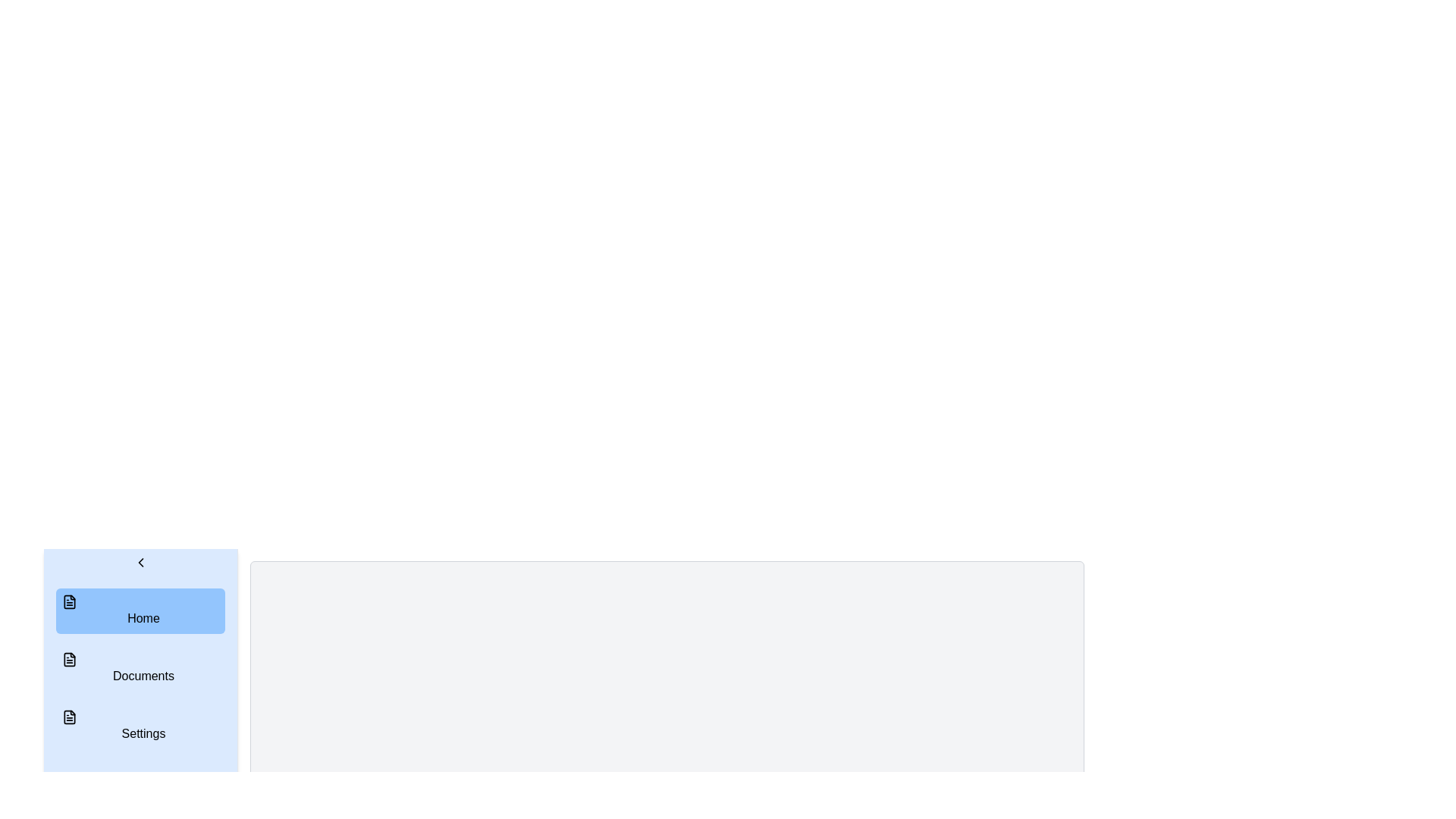 The height and width of the screenshot is (819, 1456). Describe the element at coordinates (68, 601) in the screenshot. I see `the document icon with a blue background located in the left-hand navigation menu, next to the label 'Home'` at that location.